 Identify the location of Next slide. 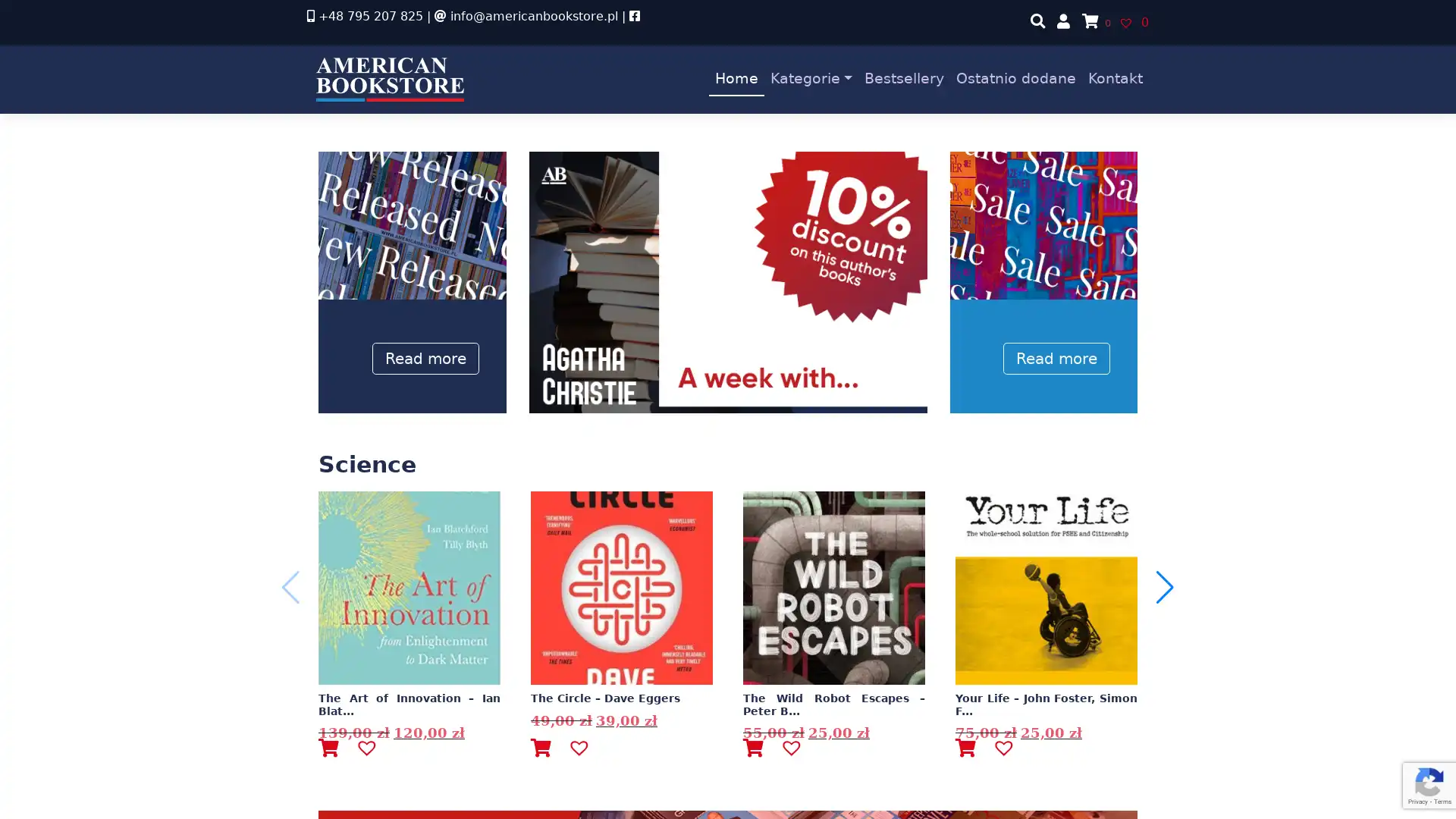
(1164, 586).